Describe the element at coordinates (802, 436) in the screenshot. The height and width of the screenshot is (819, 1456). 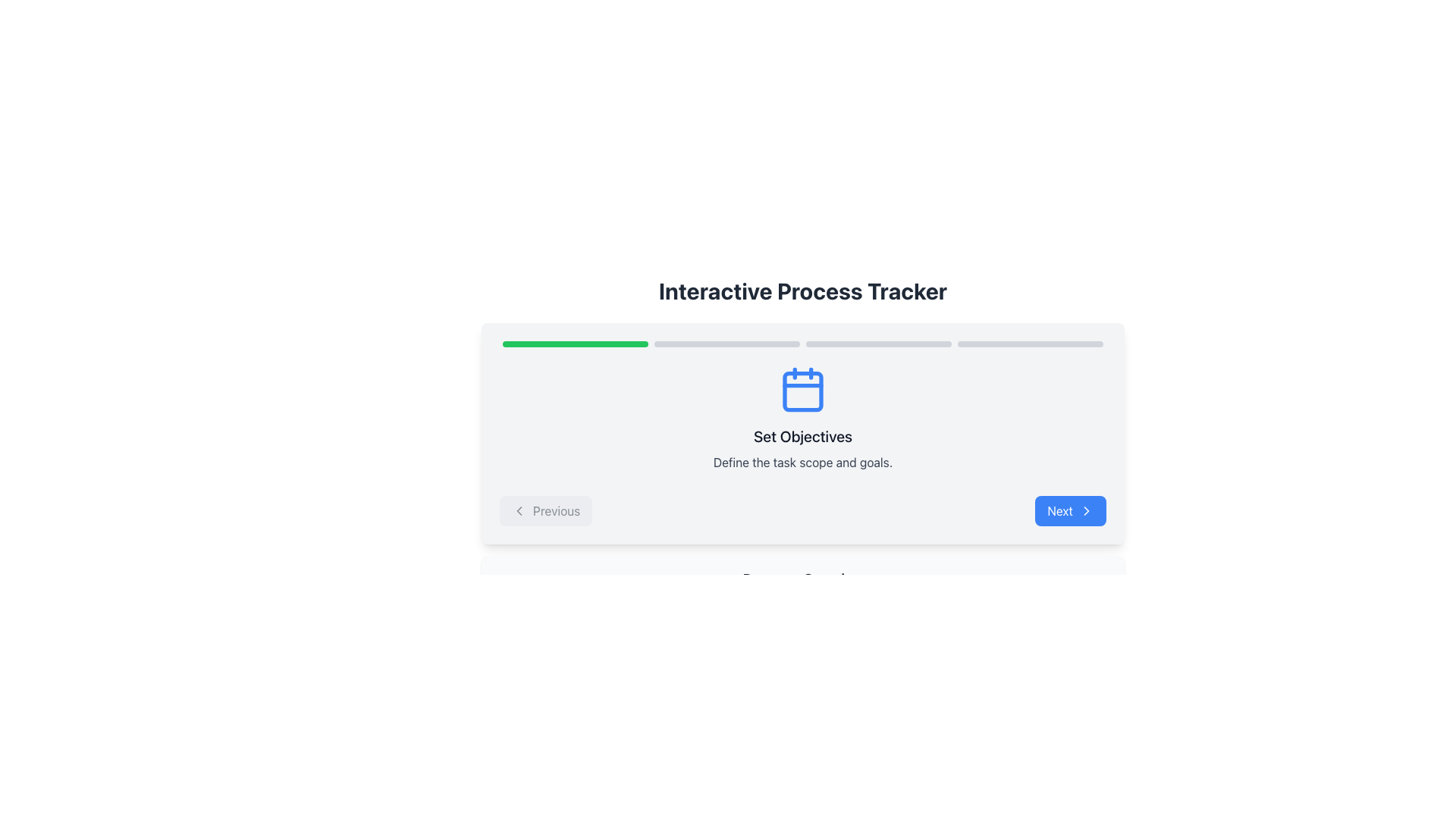
I see `the 'Set Objectives' text label, which is centrally aligned and located below the progress bar and above the descriptive text about defining task scope and goals` at that location.